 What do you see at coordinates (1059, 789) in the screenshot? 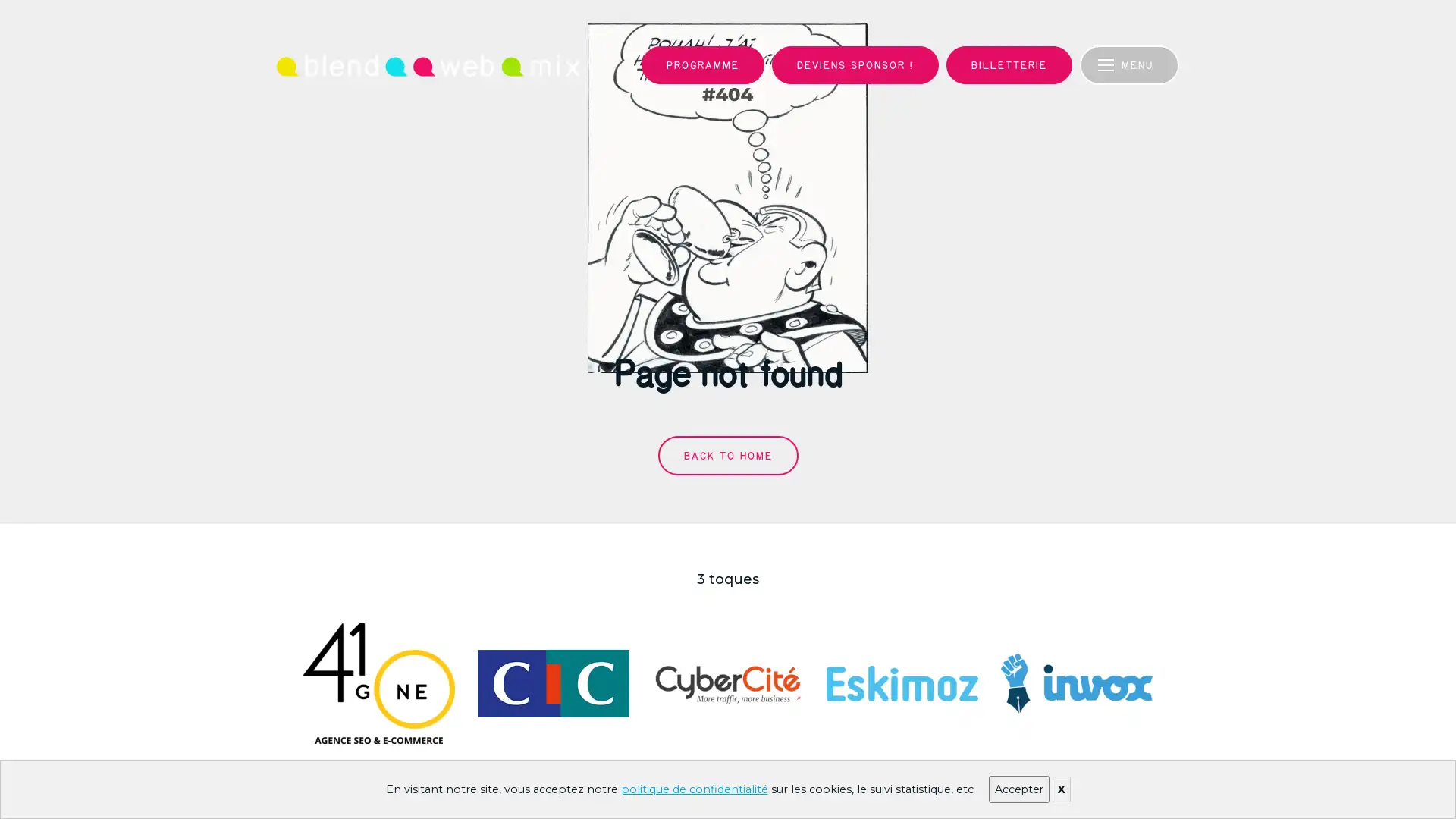
I see `X` at bounding box center [1059, 789].